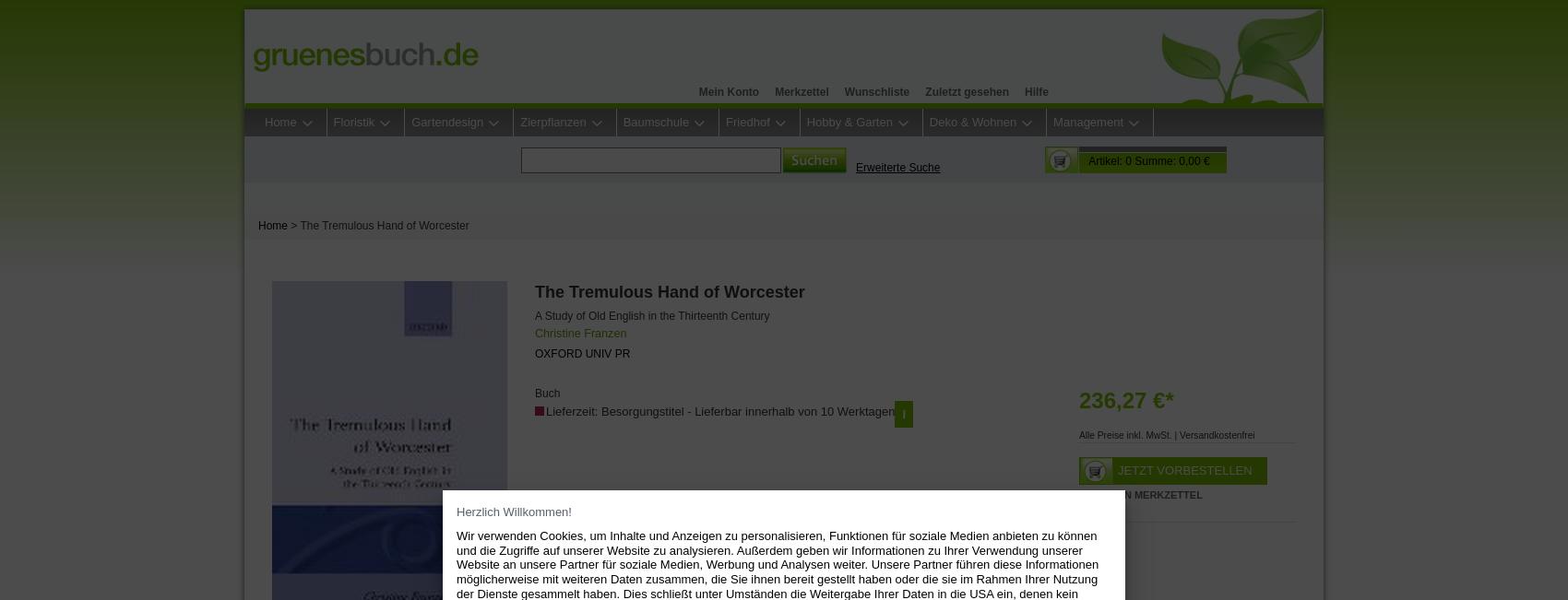 The image size is (1568, 600). What do you see at coordinates (901, 413) in the screenshot?
I see `'I'` at bounding box center [901, 413].